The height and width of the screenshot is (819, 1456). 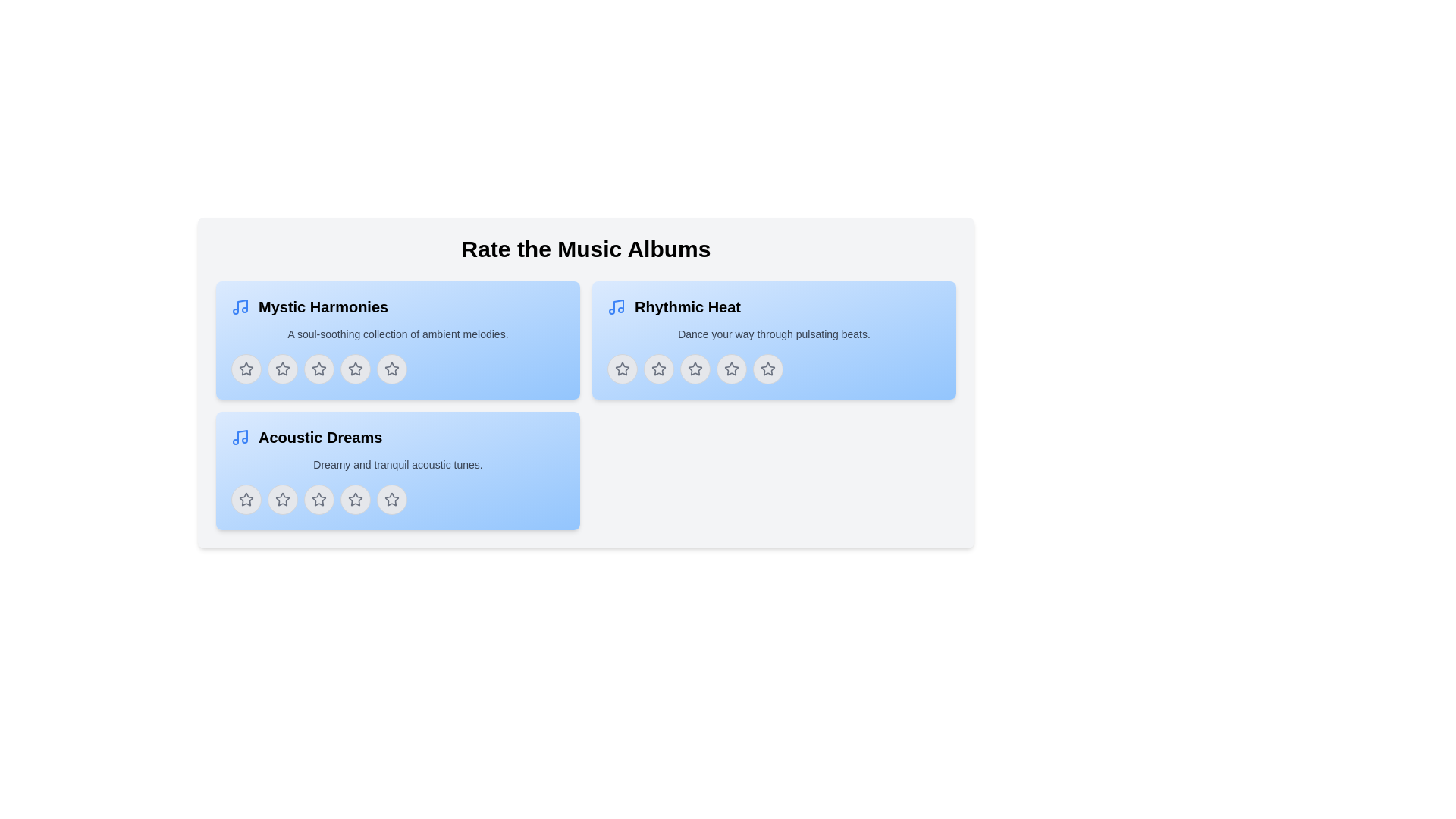 What do you see at coordinates (774, 339) in the screenshot?
I see `the star rating component in the 'Rhythmic Heat' card located in the top-right section of the grid layout by clicking on the stars` at bounding box center [774, 339].